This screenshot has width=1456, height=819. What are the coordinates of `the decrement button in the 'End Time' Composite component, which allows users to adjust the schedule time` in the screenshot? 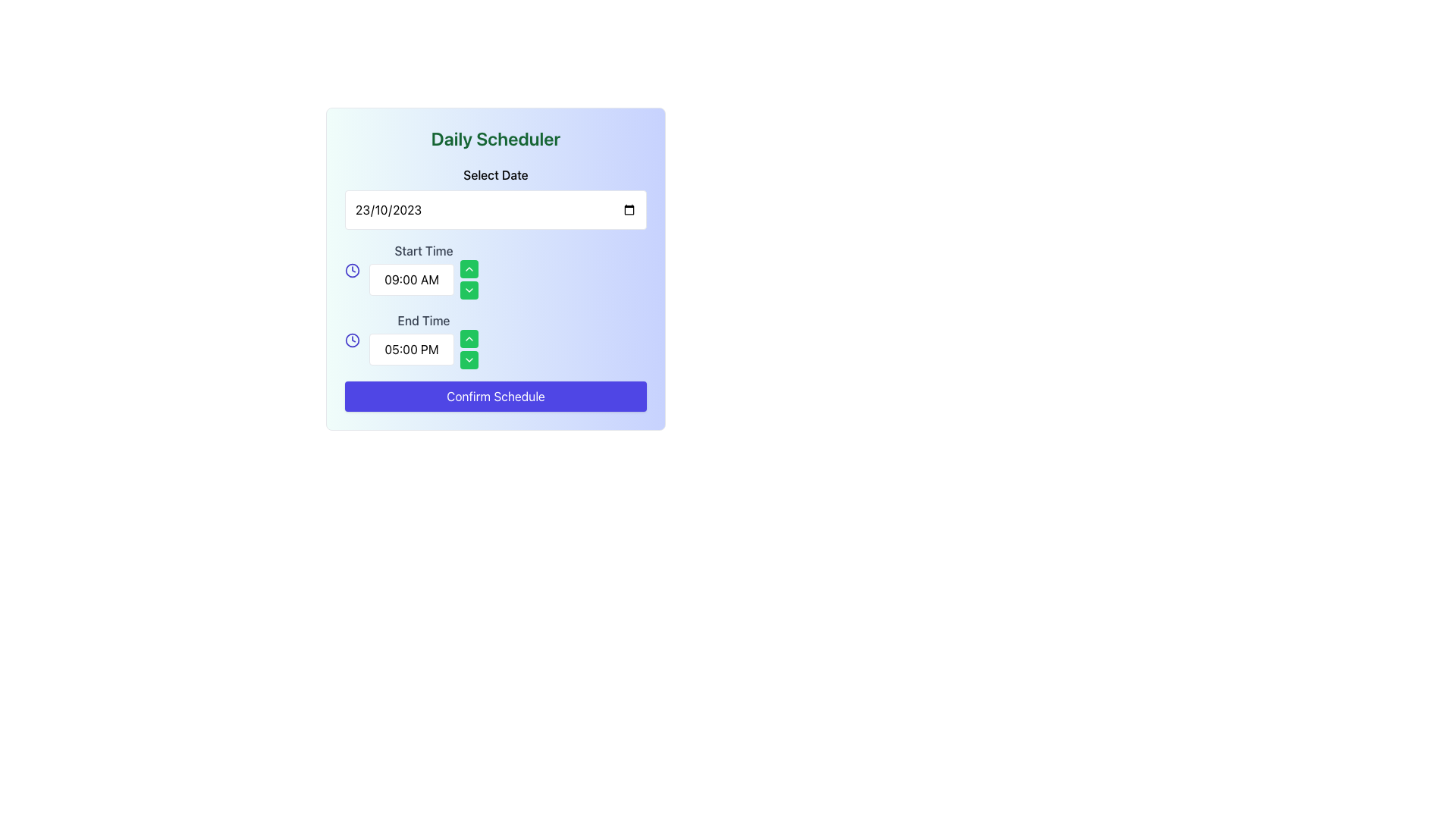 It's located at (495, 339).